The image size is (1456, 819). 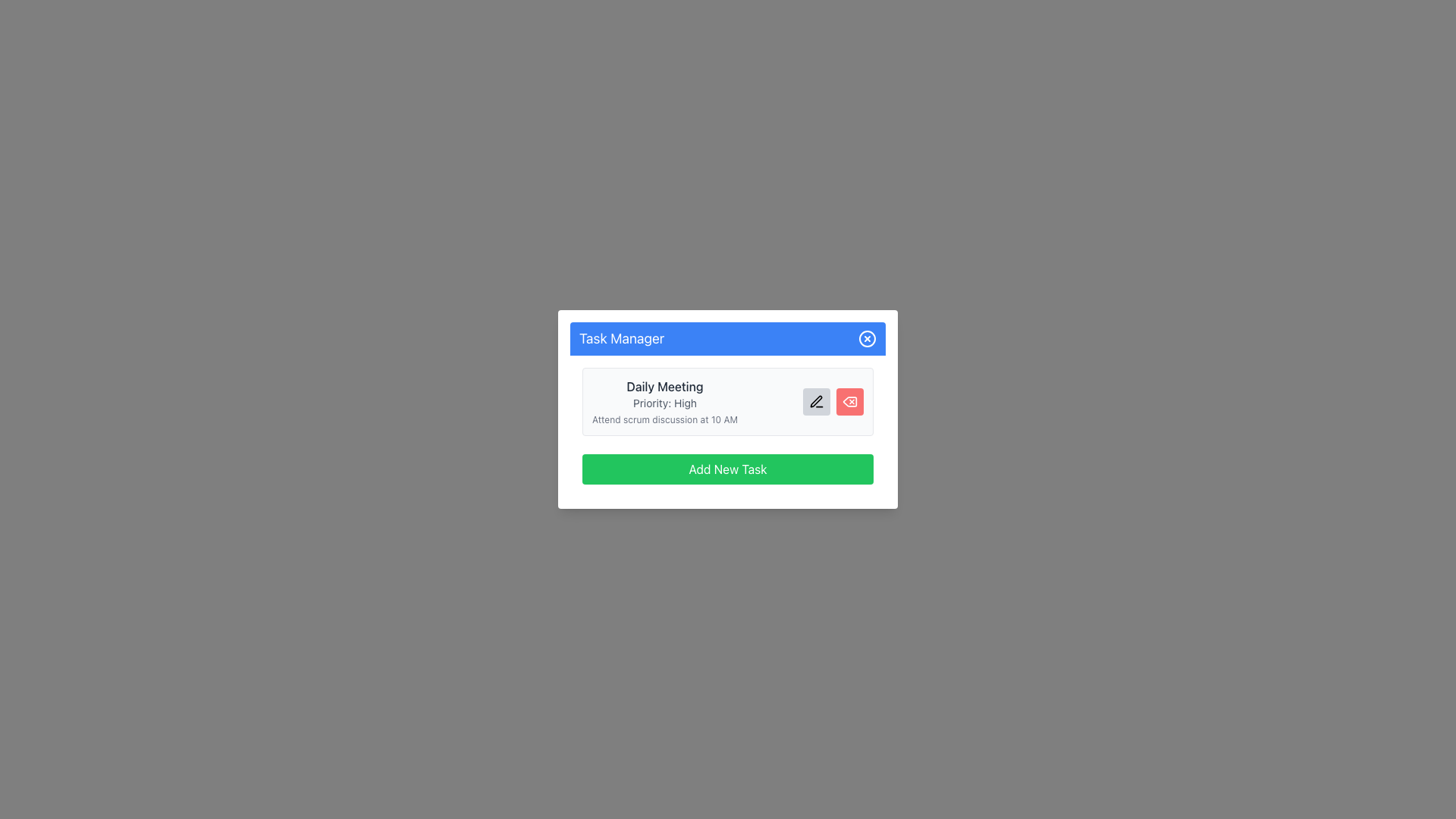 What do you see at coordinates (850, 400) in the screenshot?
I see `the delete icon button located in the task management card for the task named 'Daily Meeting'` at bounding box center [850, 400].